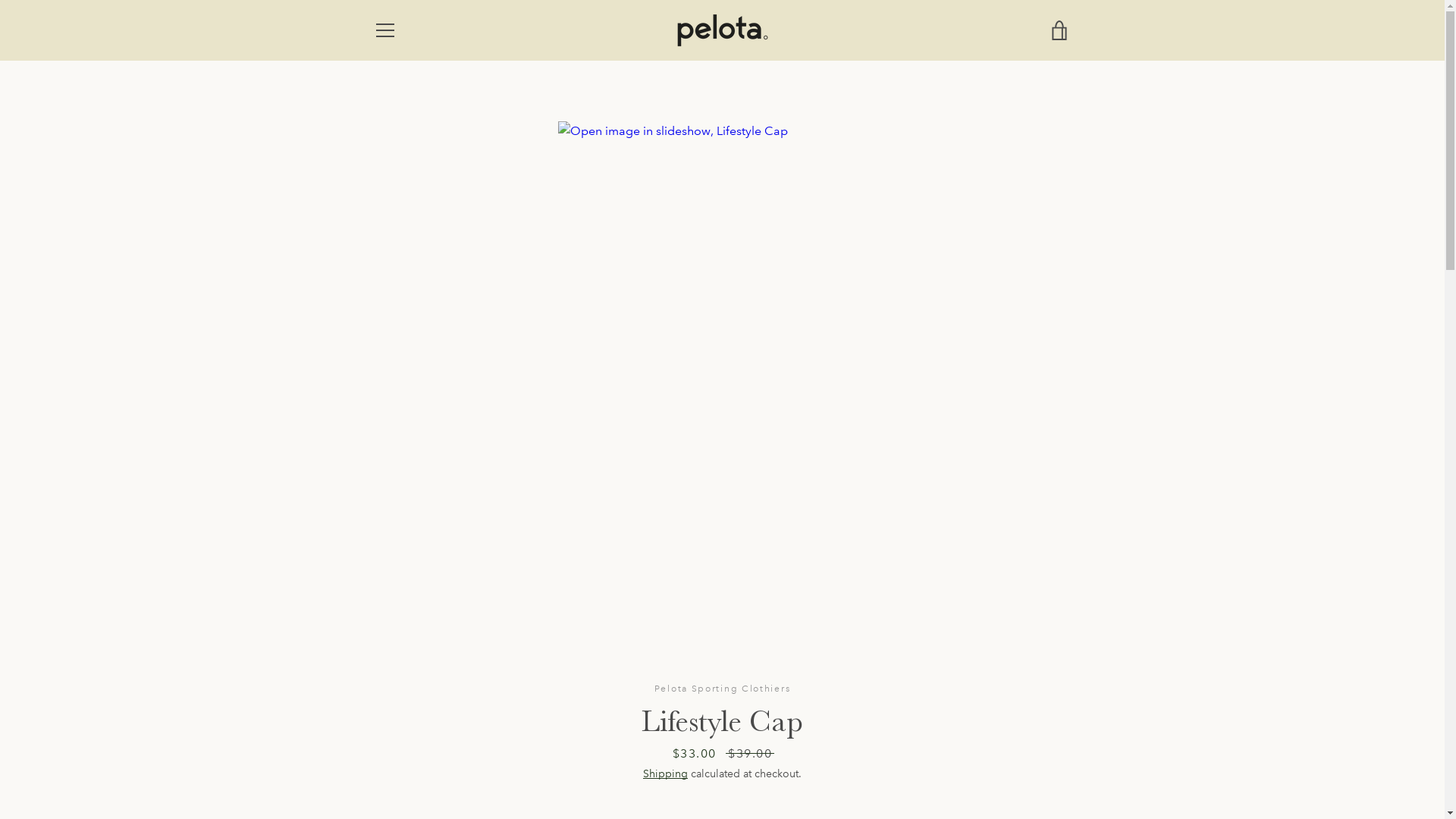 Image resolution: width=1456 pixels, height=819 pixels. What do you see at coordinates (0, 0) in the screenshot?
I see `'Skip to content'` at bounding box center [0, 0].